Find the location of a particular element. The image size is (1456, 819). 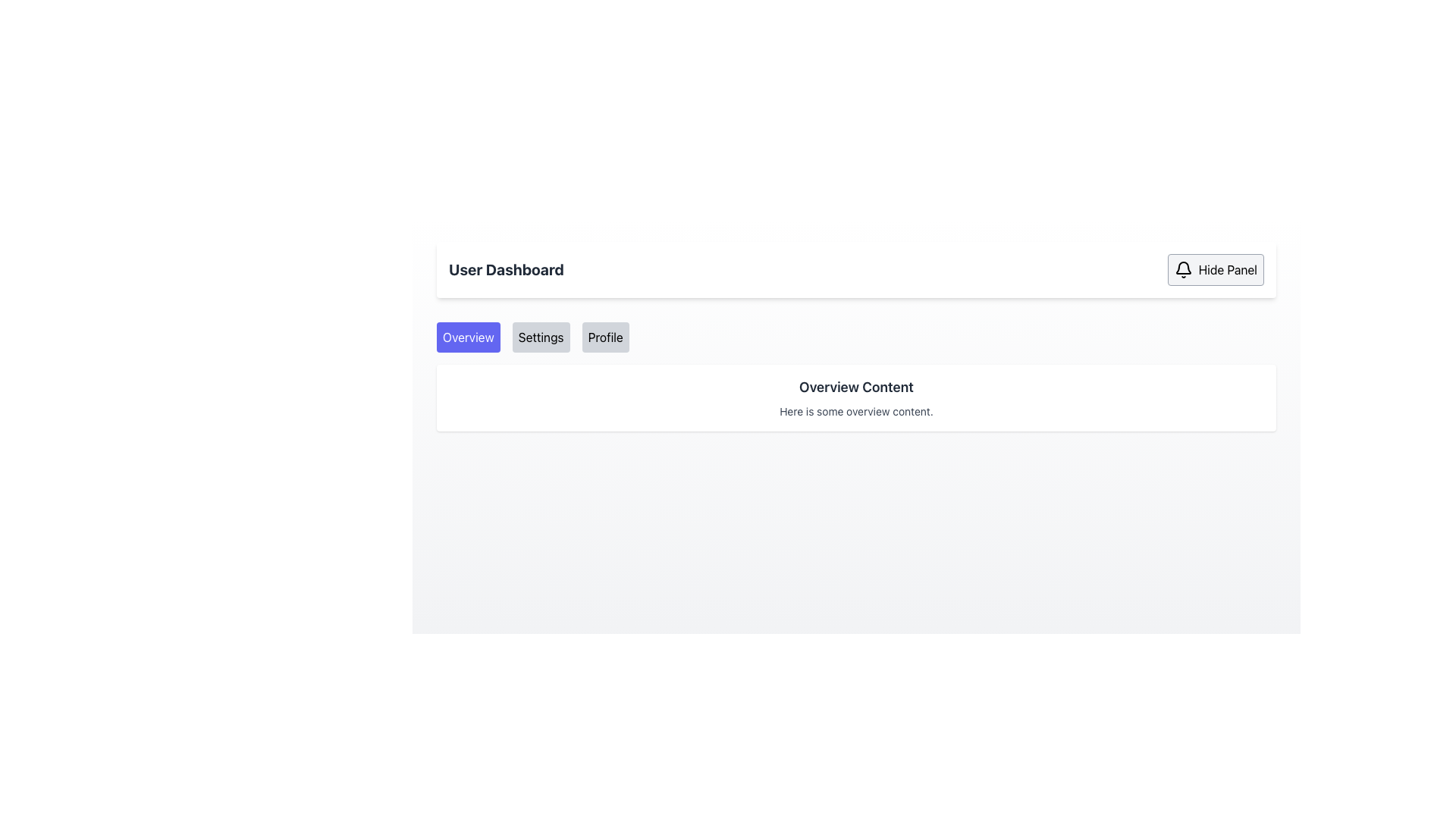

the bell icon that is located to the left of the 'Hide Panel' button, which has a light gray background and a minimalistic design is located at coordinates (1182, 268).